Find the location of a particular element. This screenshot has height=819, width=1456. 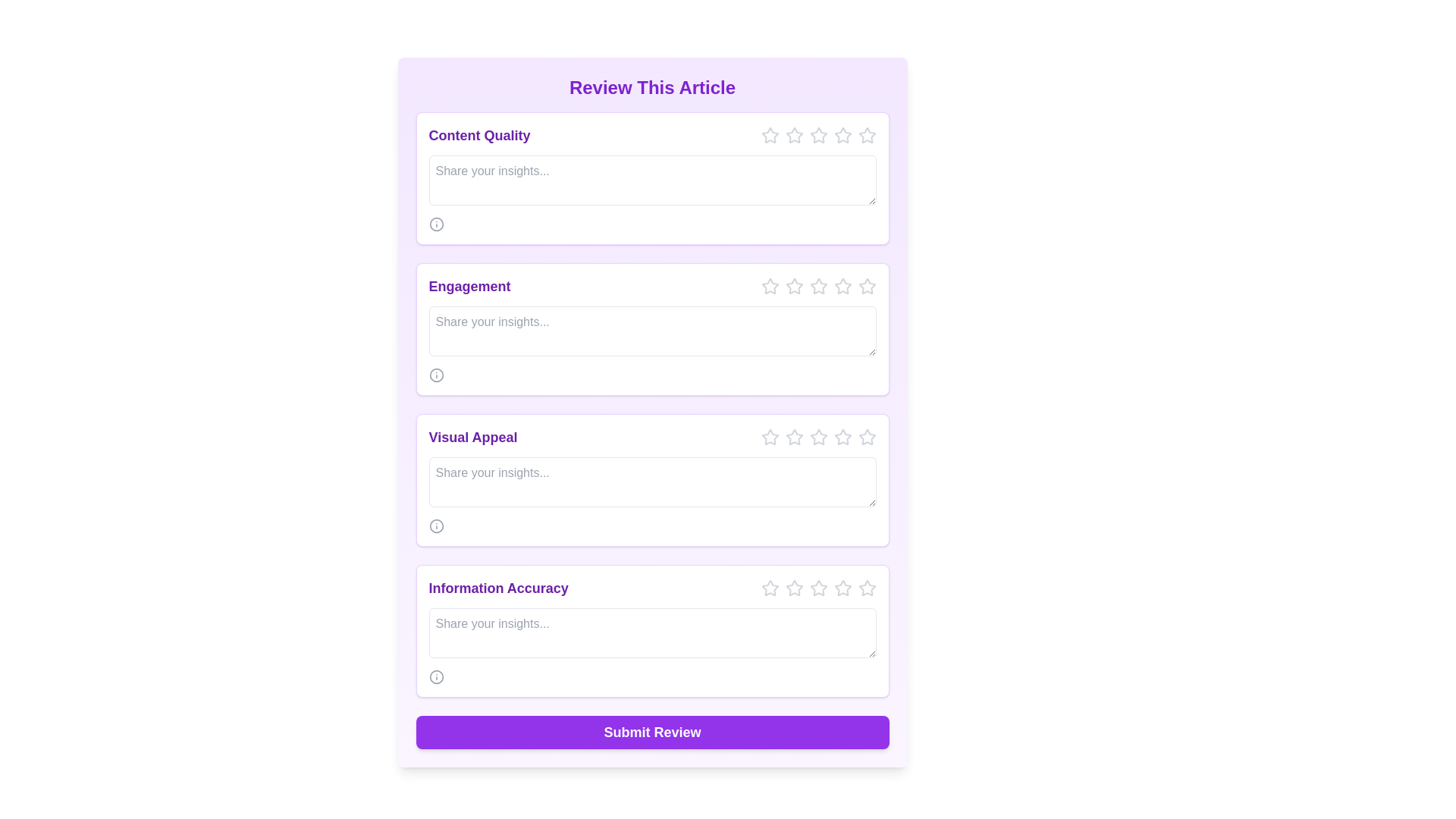

the information tooltip icon located at the bottom-right corner of the 'Information Accuracy' section to reveal the tooltip is located at coordinates (435, 676).